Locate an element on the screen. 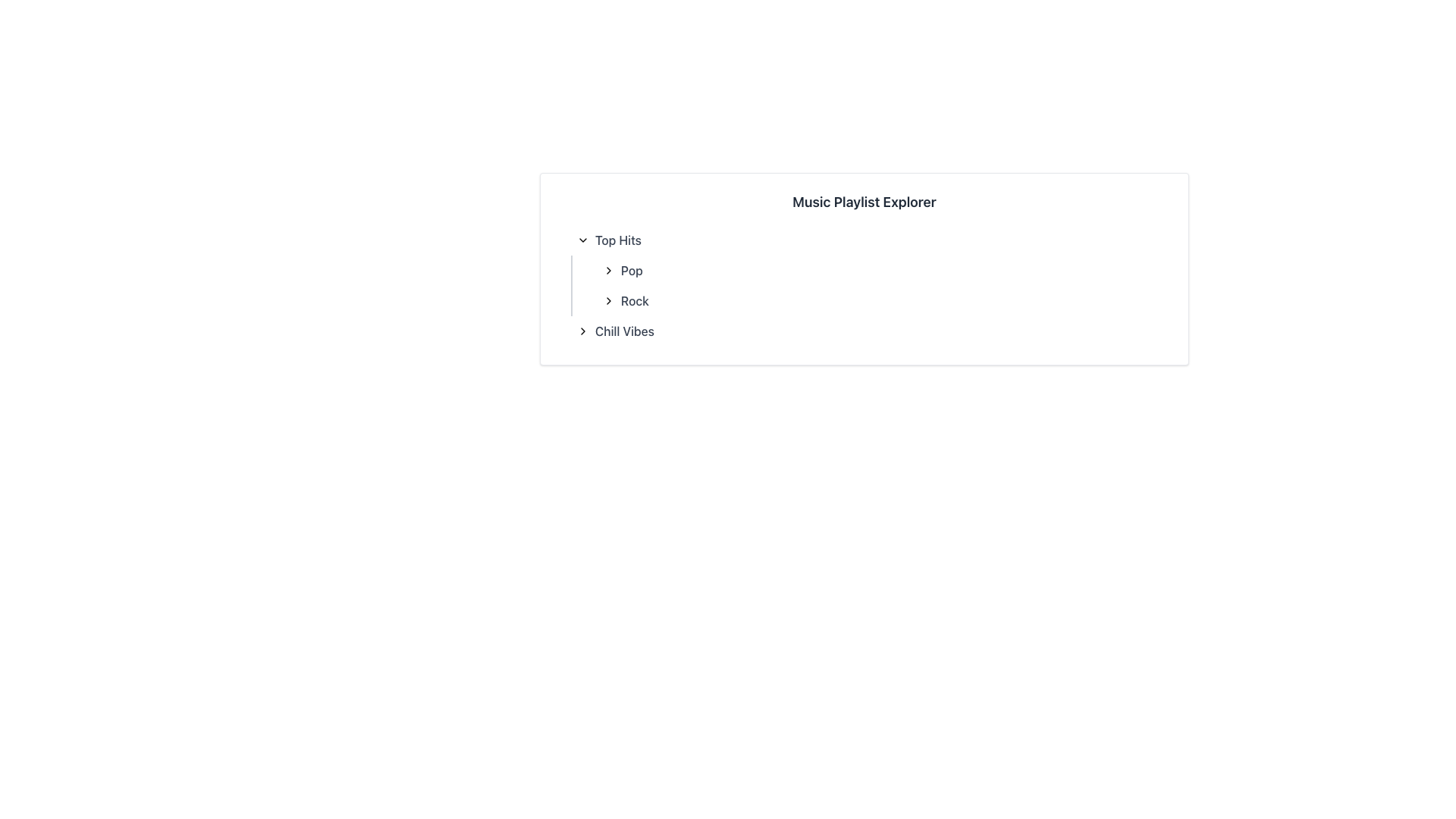 Image resolution: width=1456 pixels, height=819 pixels. the header element that contains the nested 'Pop' and 'Rock' navigation options under the 'Top Hits' playlist for keyboard navigation is located at coordinates (864, 270).